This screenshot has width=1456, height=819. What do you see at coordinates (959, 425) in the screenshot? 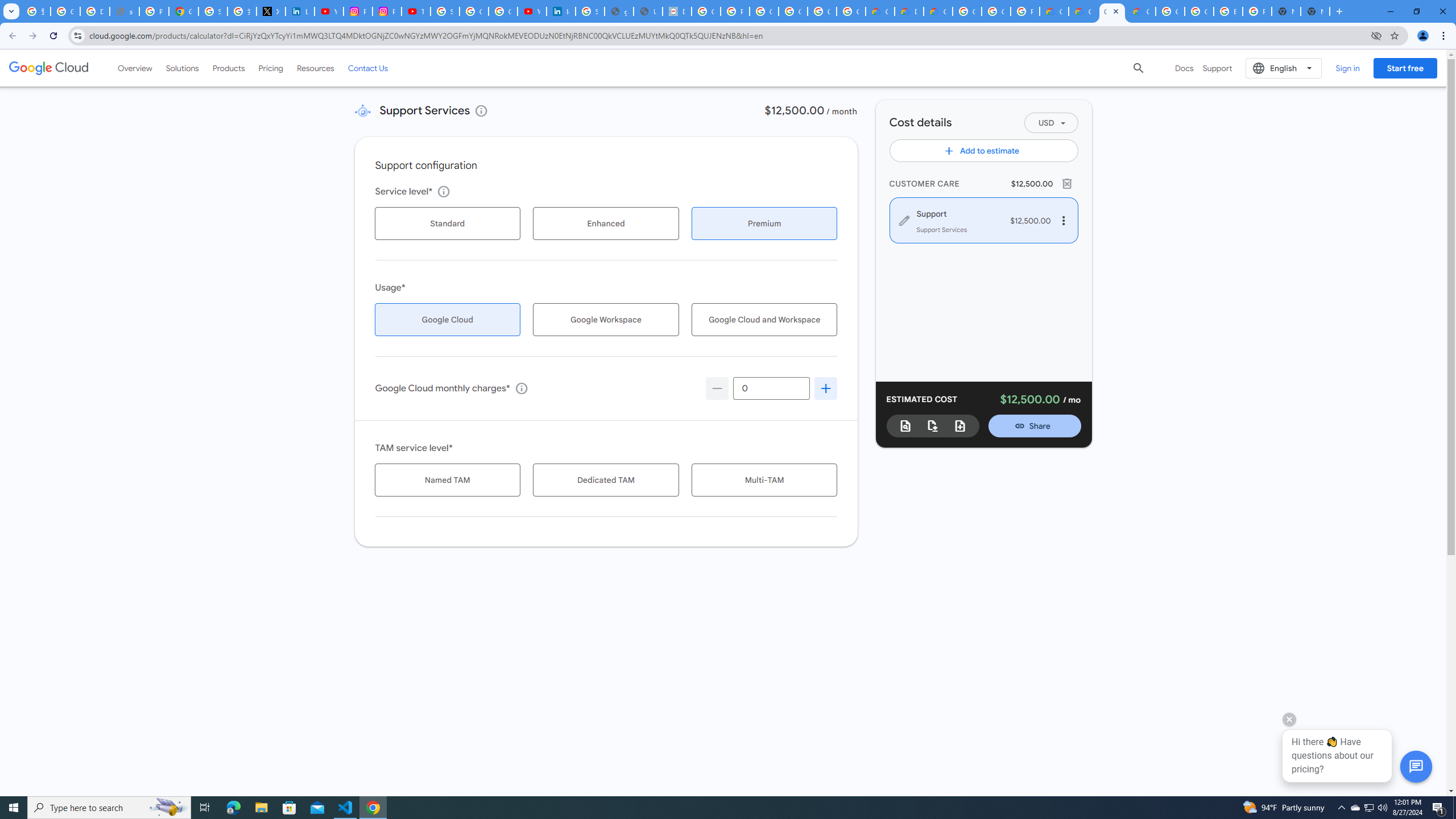
I see `'New estimate from duplicate'` at bounding box center [959, 425].